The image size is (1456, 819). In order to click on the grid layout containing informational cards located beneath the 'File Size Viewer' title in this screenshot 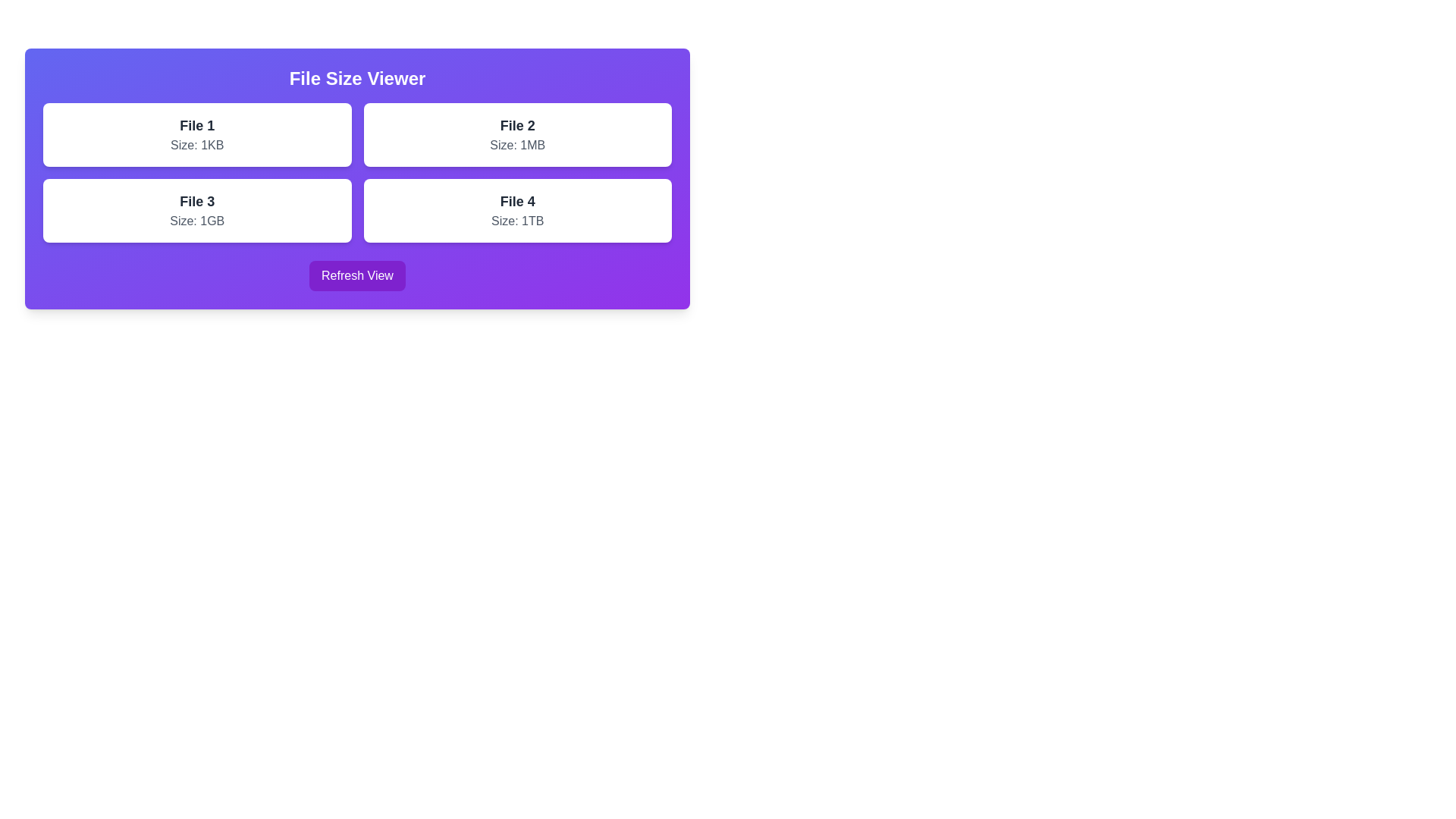, I will do `click(356, 171)`.